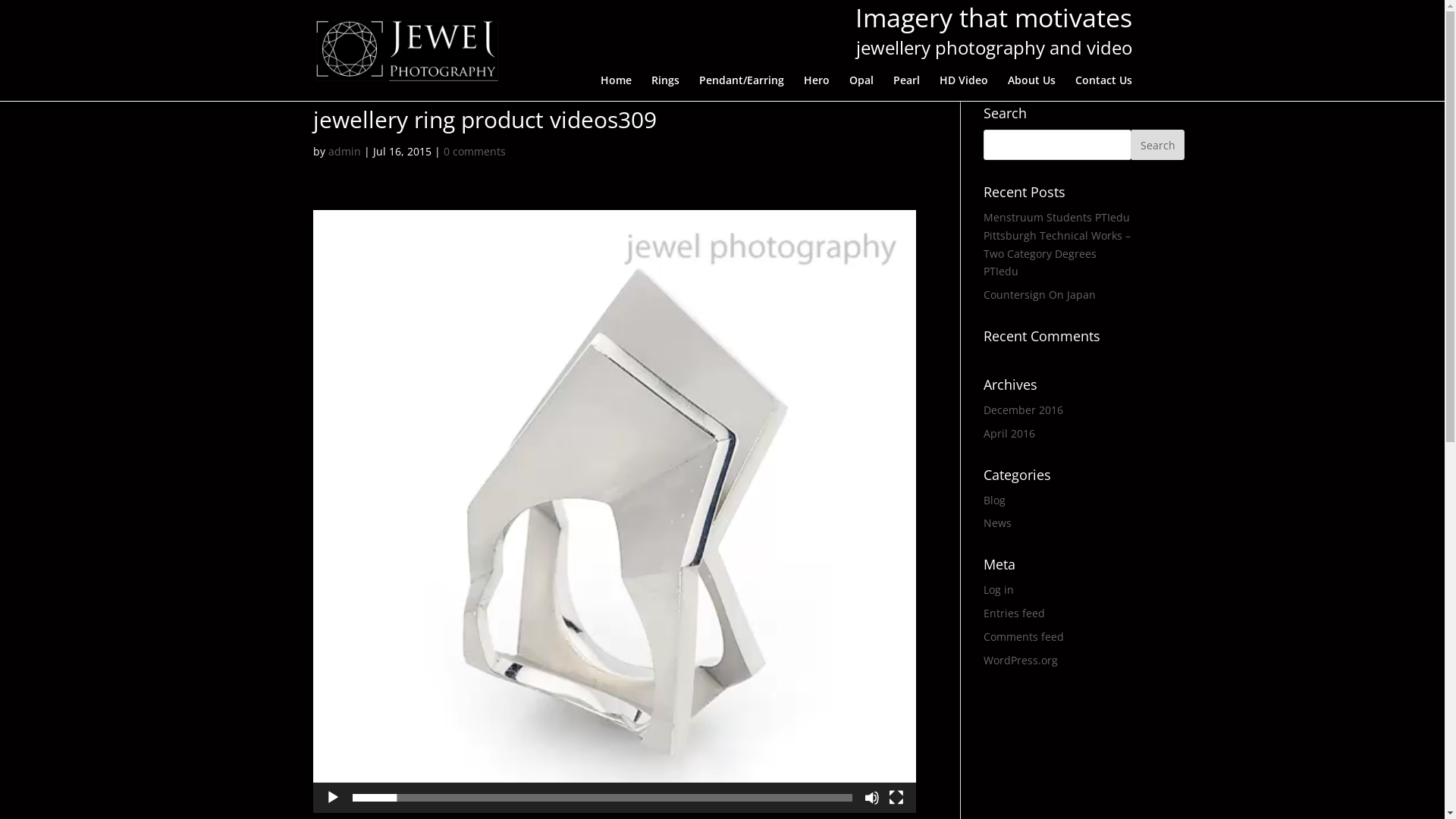 This screenshot has height=819, width=1456. I want to click on 'December 2016', so click(1023, 409).